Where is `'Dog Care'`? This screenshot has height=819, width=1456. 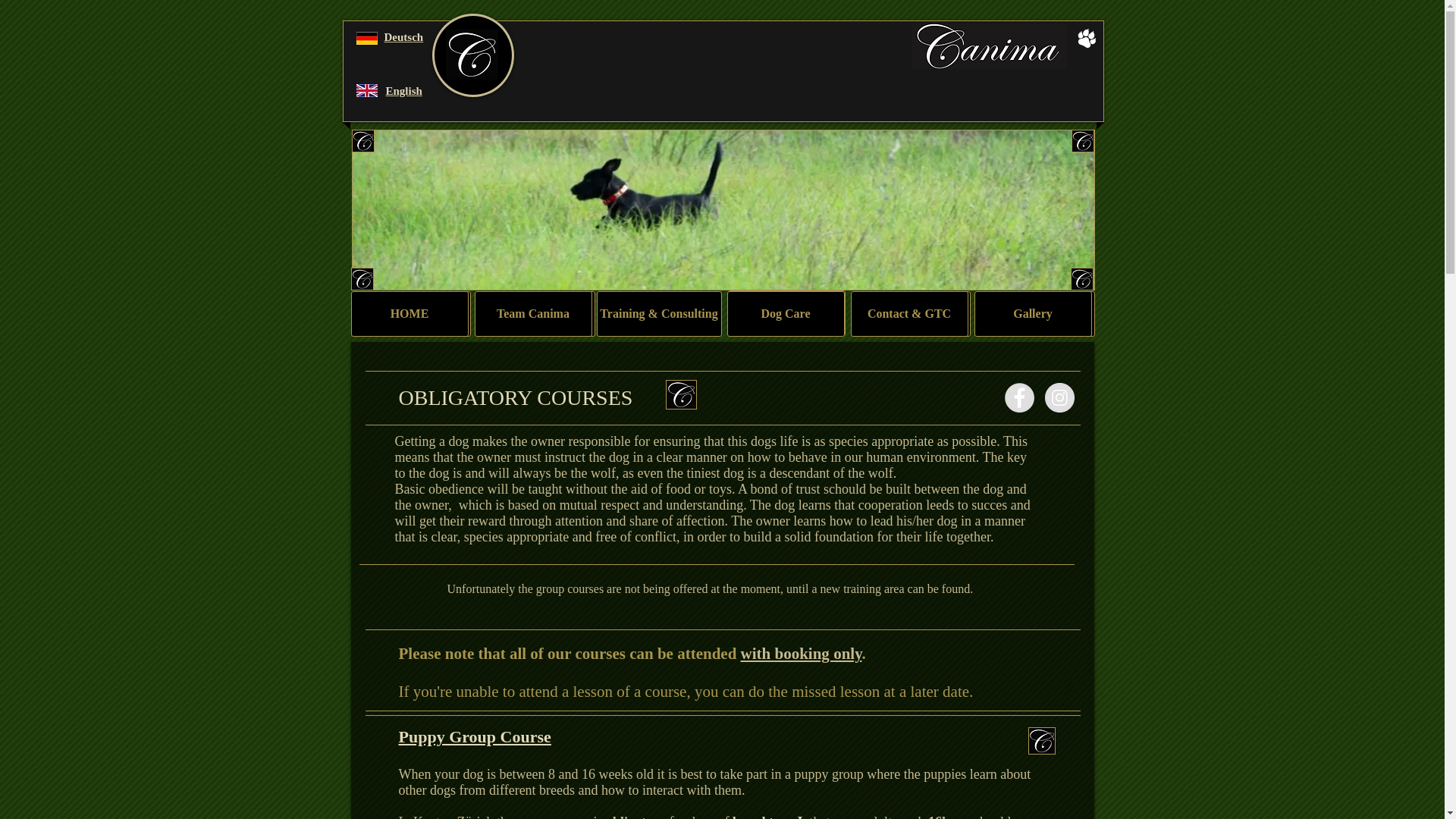 'Dog Care' is located at coordinates (785, 312).